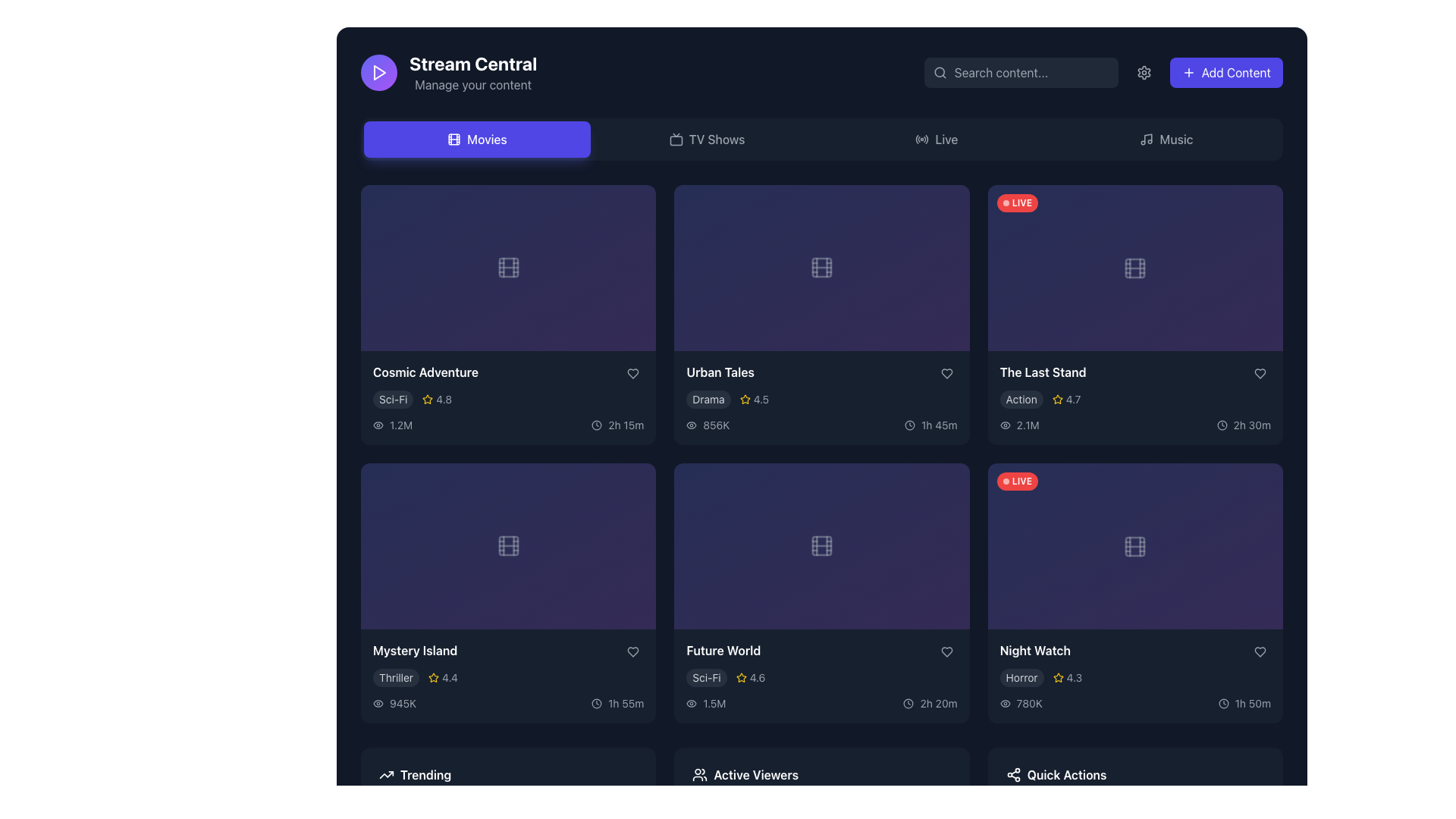 This screenshot has width=1456, height=819. I want to click on the text label displaying '1.5M' which is located below the small eye icon in the viewer information area of the 'Future World' card in the 'Movies' section, so click(714, 703).